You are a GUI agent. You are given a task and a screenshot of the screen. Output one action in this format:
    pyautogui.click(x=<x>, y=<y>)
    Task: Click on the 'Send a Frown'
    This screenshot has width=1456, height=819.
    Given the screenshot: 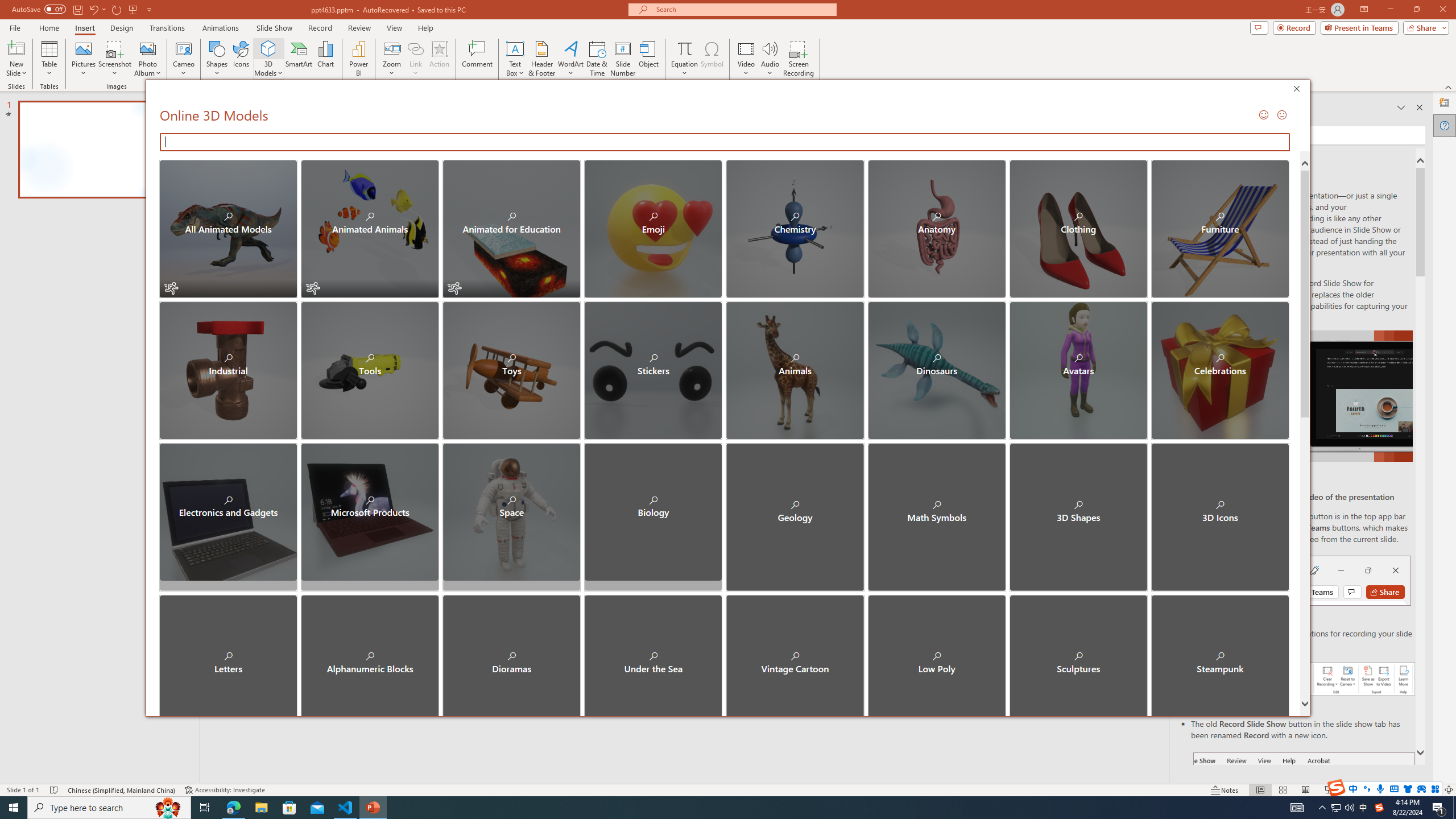 What is the action you would take?
    pyautogui.click(x=1280, y=114)
    